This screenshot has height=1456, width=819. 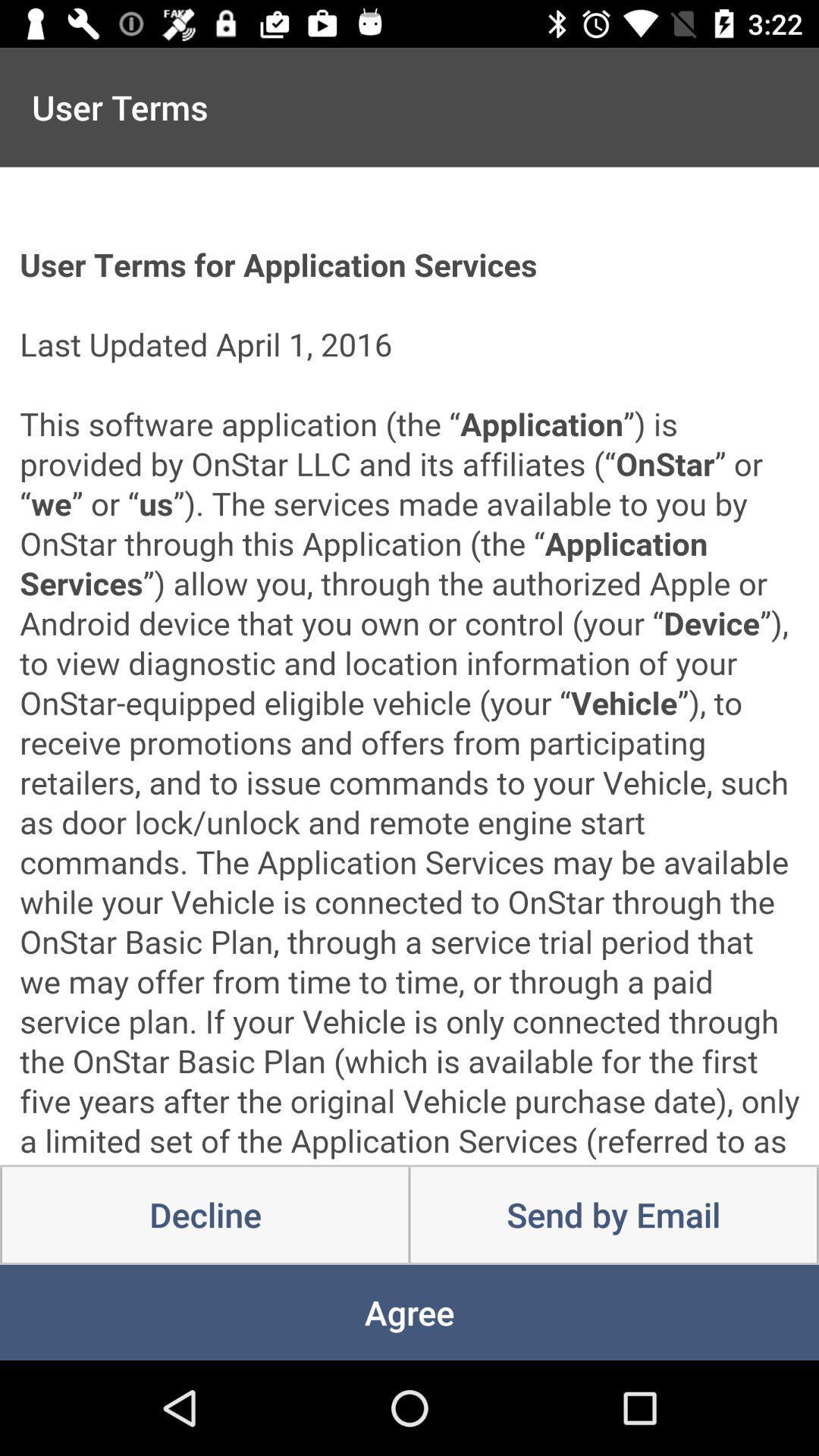 What do you see at coordinates (205, 1215) in the screenshot?
I see `icon next to send by email item` at bounding box center [205, 1215].